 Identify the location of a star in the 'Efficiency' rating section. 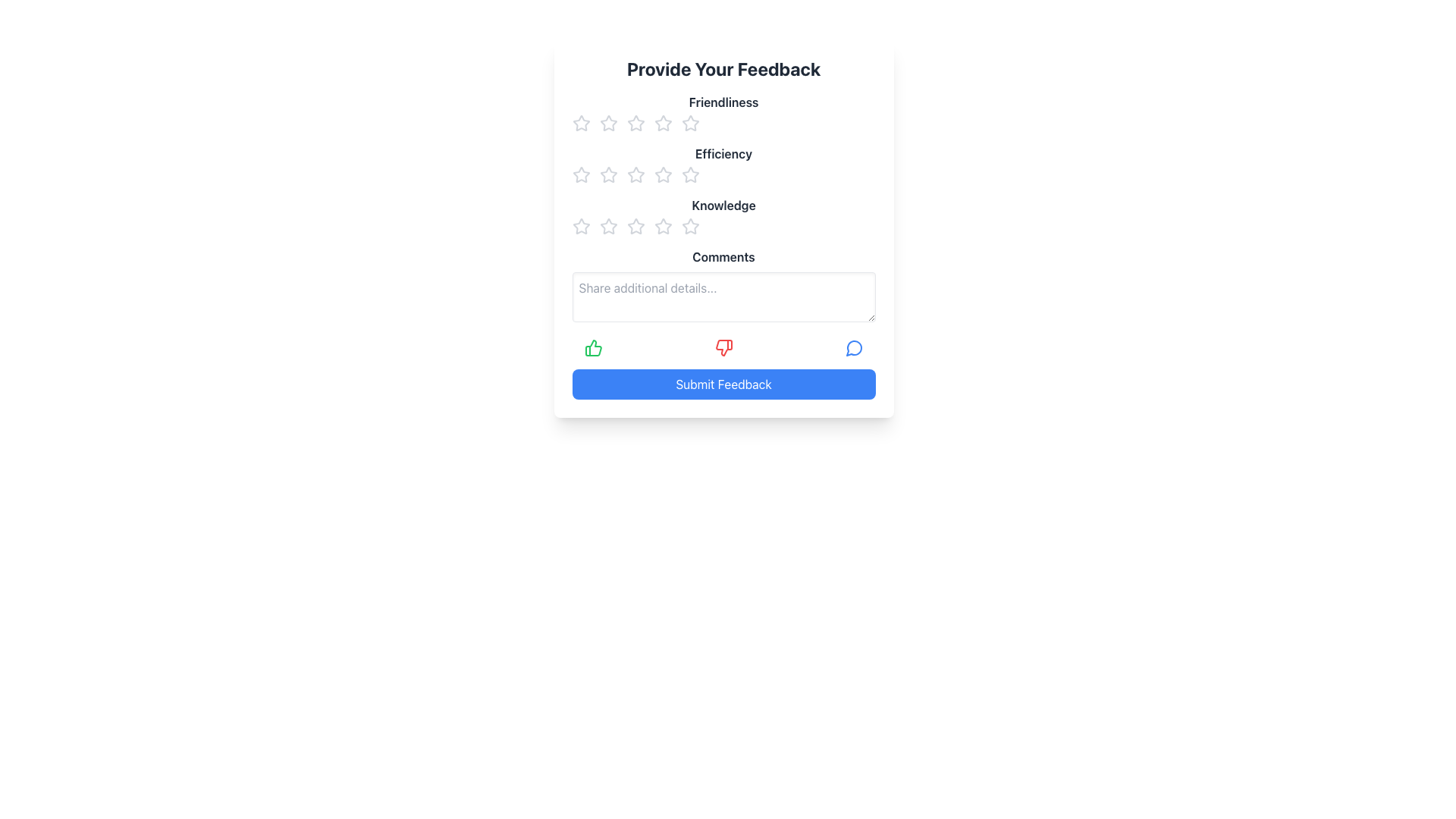
(723, 164).